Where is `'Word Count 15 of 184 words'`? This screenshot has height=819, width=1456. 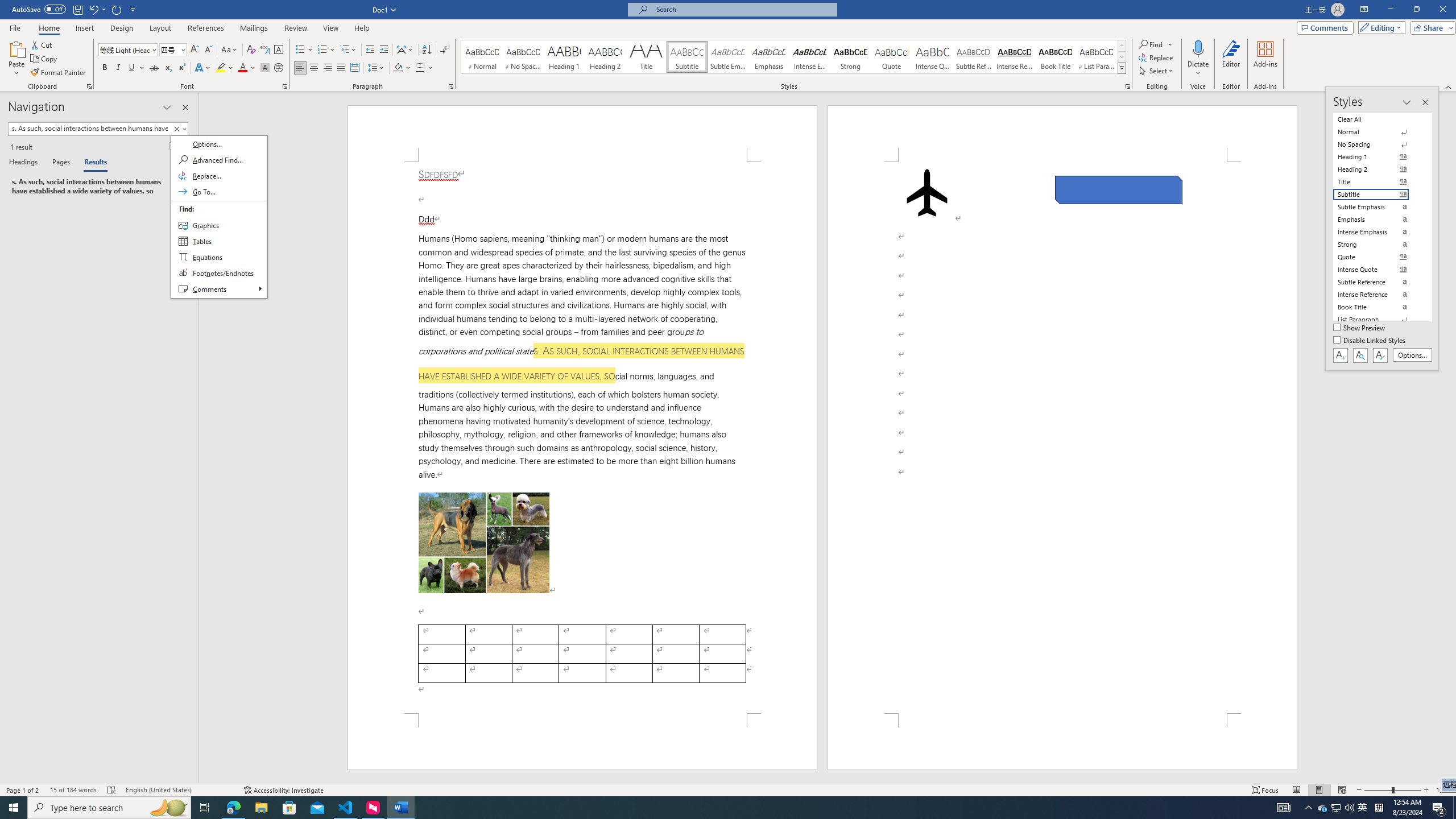 'Word Count 15 of 184 words' is located at coordinates (73, 790).